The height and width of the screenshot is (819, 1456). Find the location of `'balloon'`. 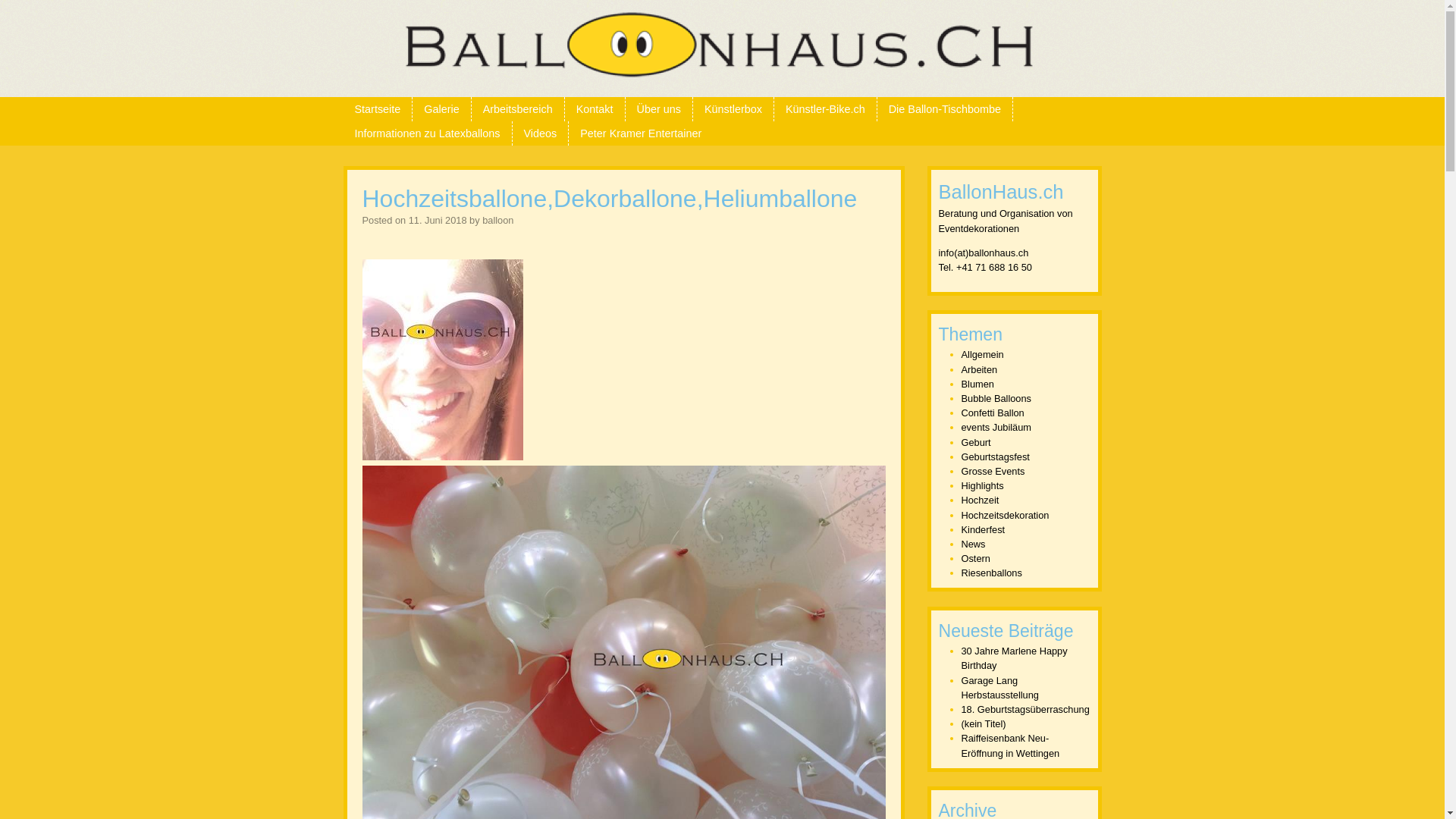

'balloon' is located at coordinates (497, 220).